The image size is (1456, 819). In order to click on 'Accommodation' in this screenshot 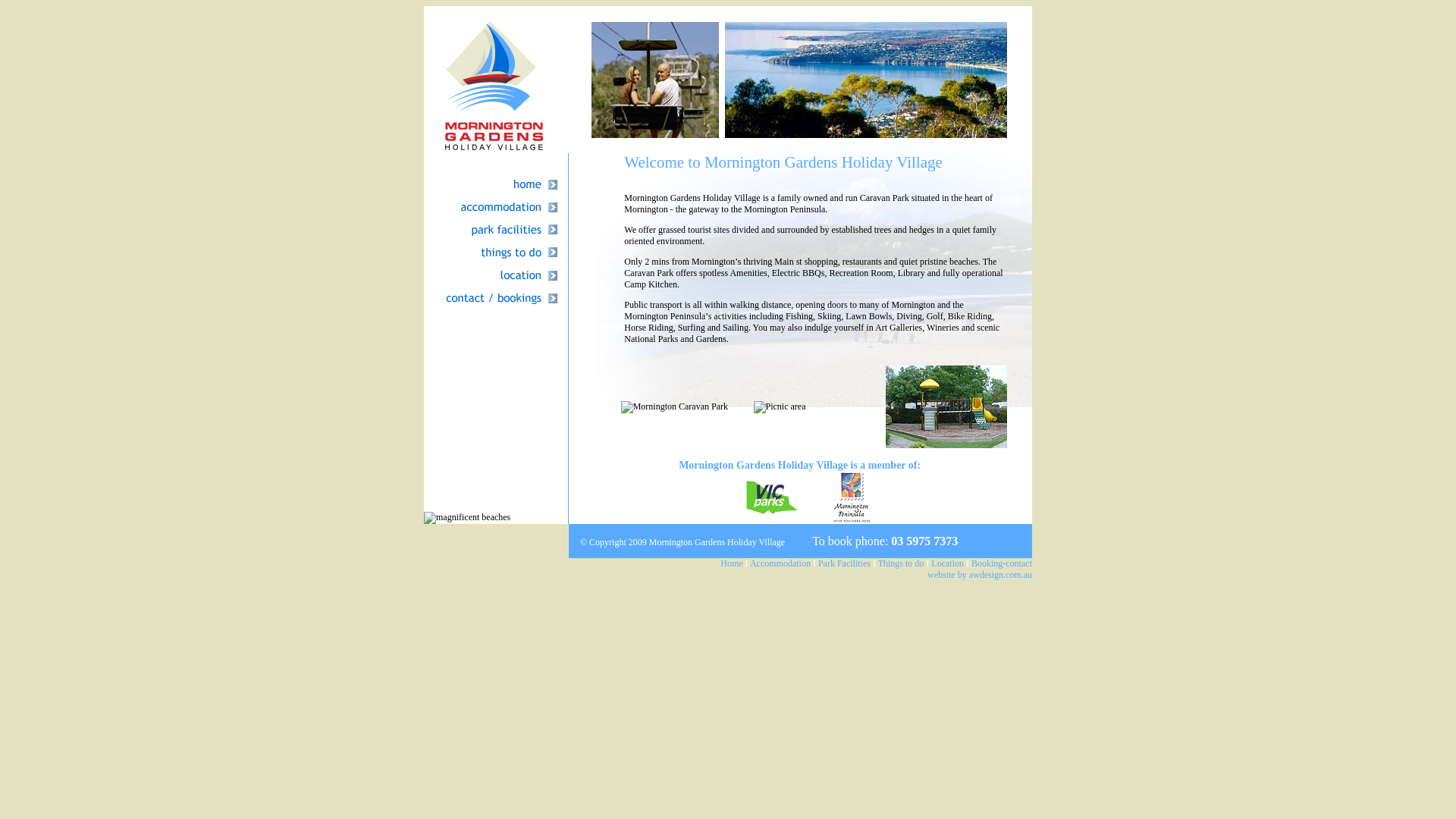, I will do `click(780, 563)`.